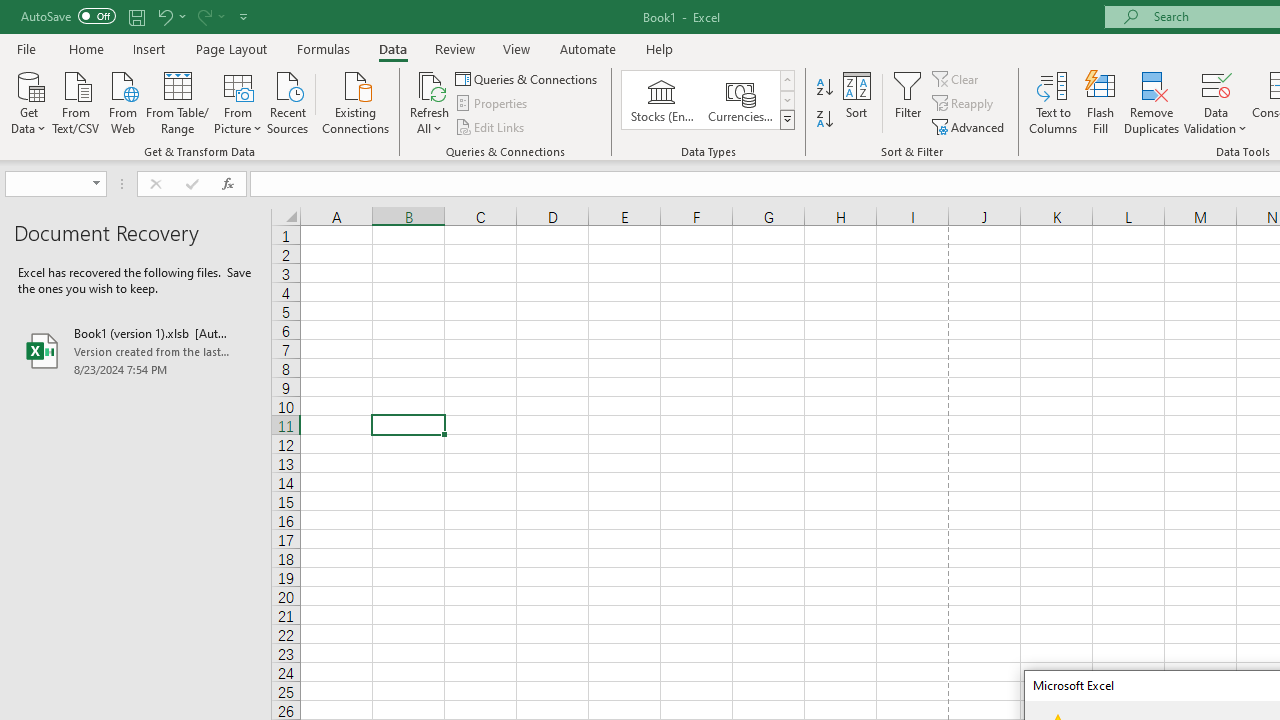  I want to click on 'Name Box', so click(56, 183).